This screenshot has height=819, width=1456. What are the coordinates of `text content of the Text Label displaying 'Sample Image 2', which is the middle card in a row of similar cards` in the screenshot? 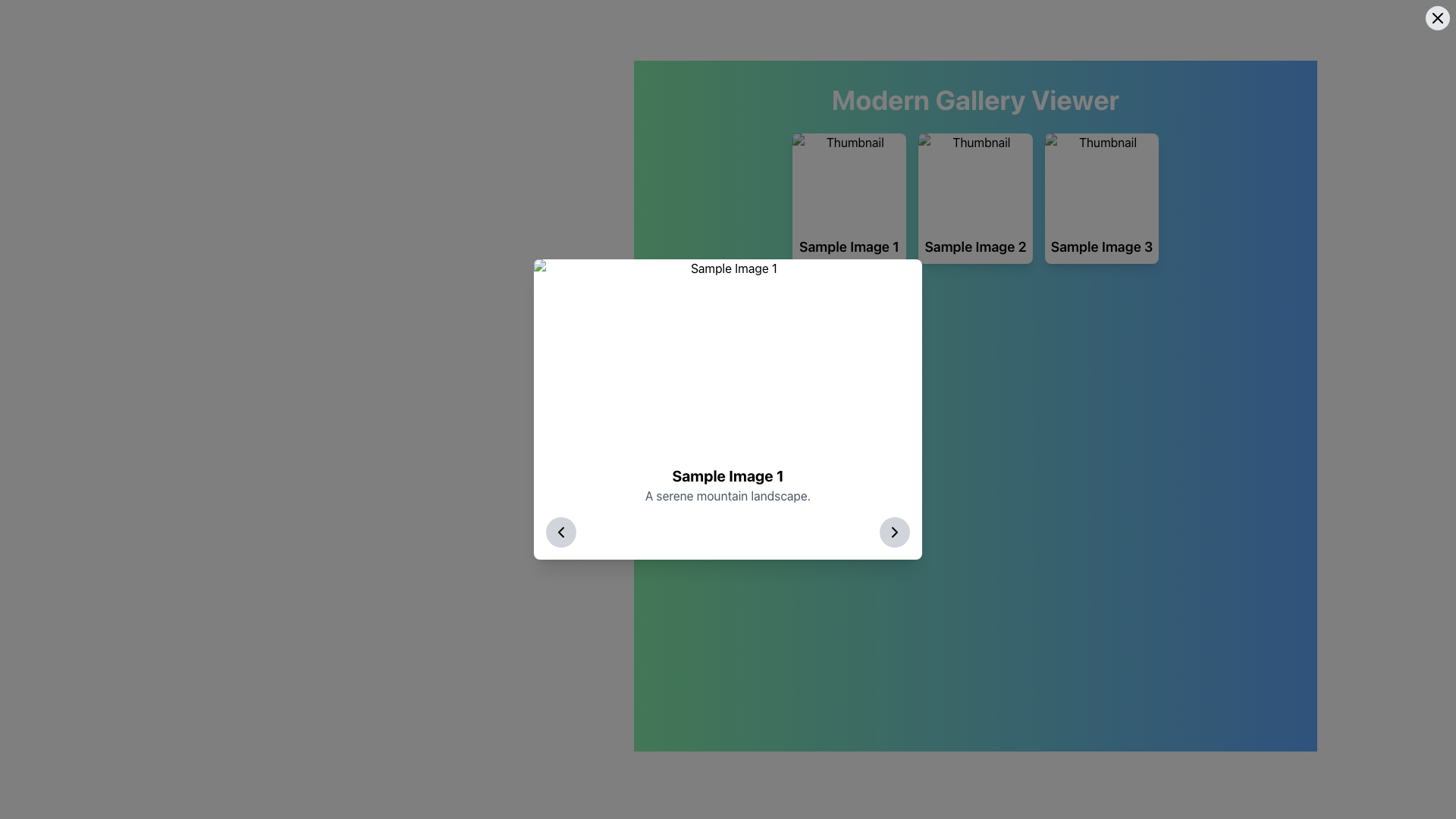 It's located at (975, 246).